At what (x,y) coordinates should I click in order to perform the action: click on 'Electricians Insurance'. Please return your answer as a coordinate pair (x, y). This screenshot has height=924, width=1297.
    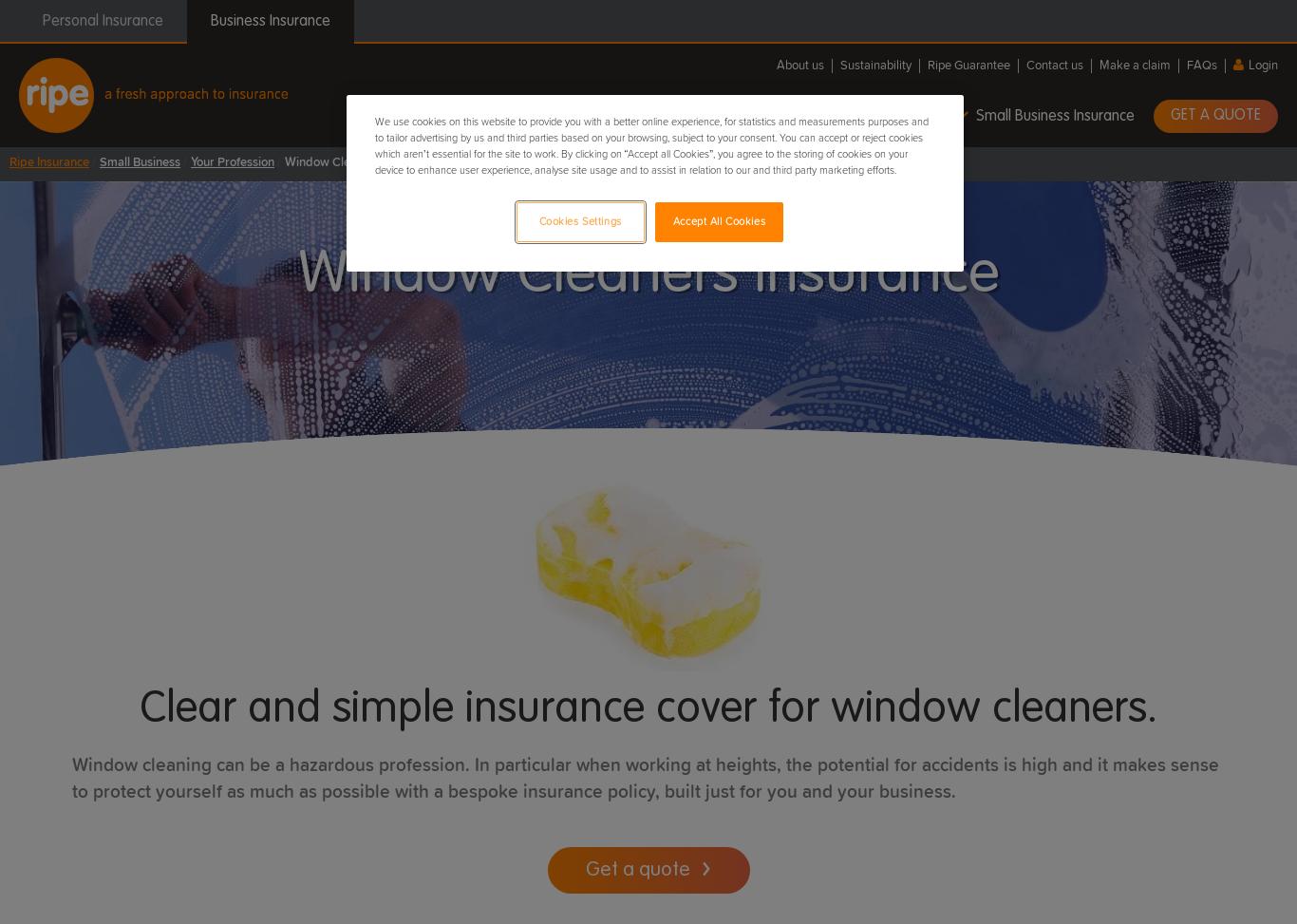
    Looking at the image, I should click on (630, 305).